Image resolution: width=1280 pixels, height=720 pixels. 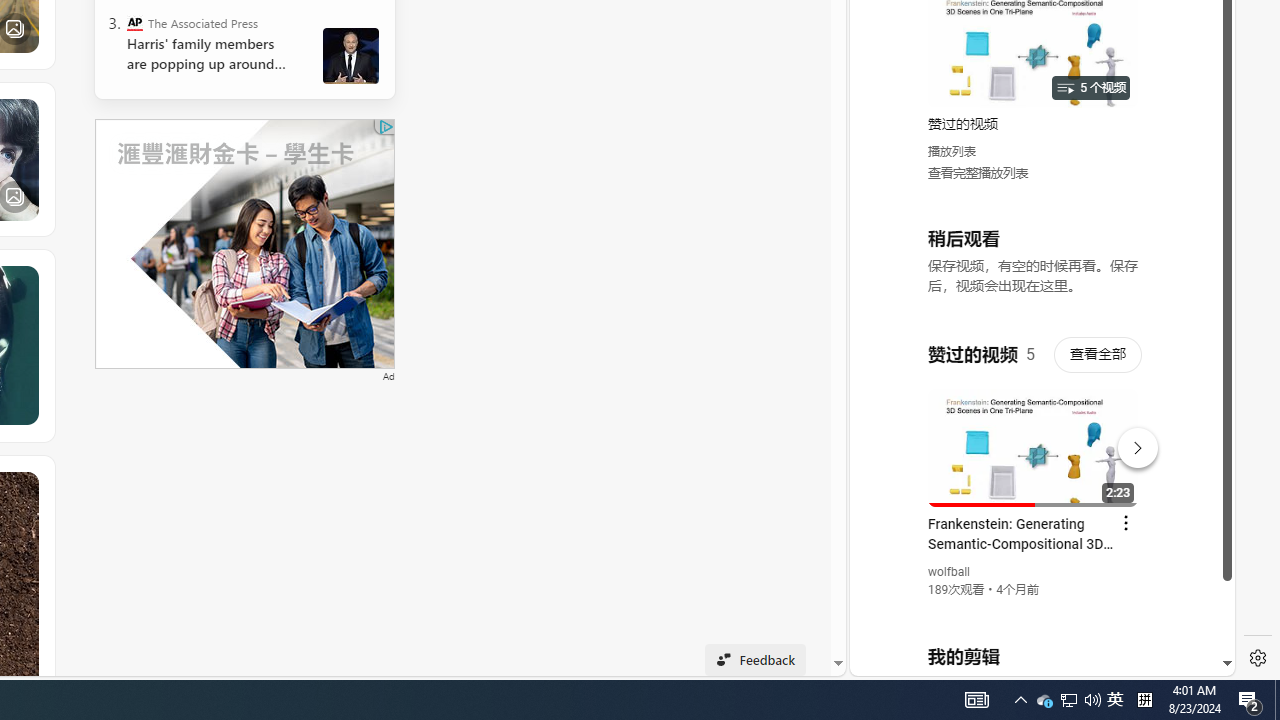 I want to click on 'wolfball', so click(x=948, y=572).